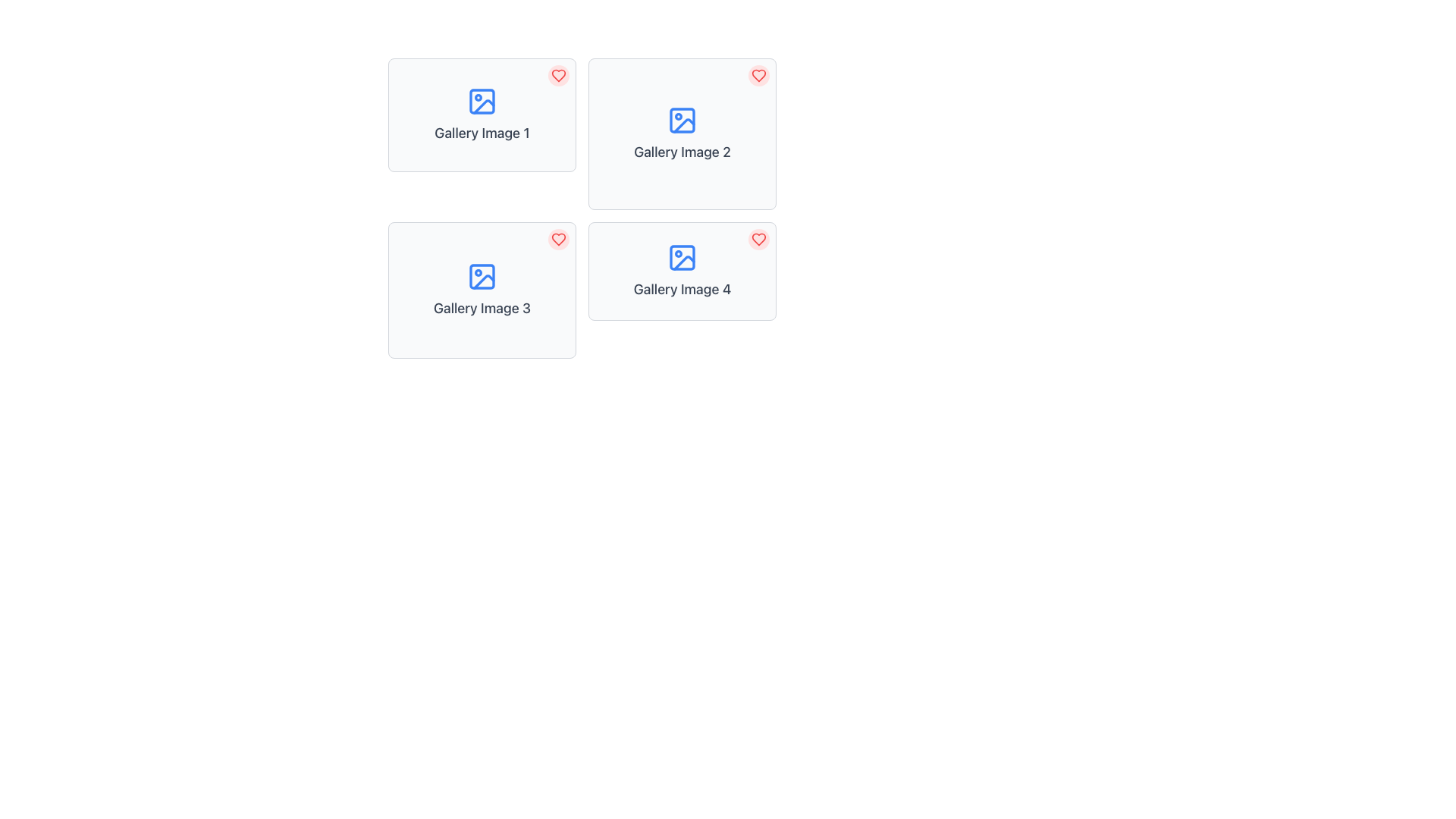 The height and width of the screenshot is (819, 1456). I want to click on the gallery icon that serves as a thumbnail representation for the fourth item in a grid display, so click(682, 256).